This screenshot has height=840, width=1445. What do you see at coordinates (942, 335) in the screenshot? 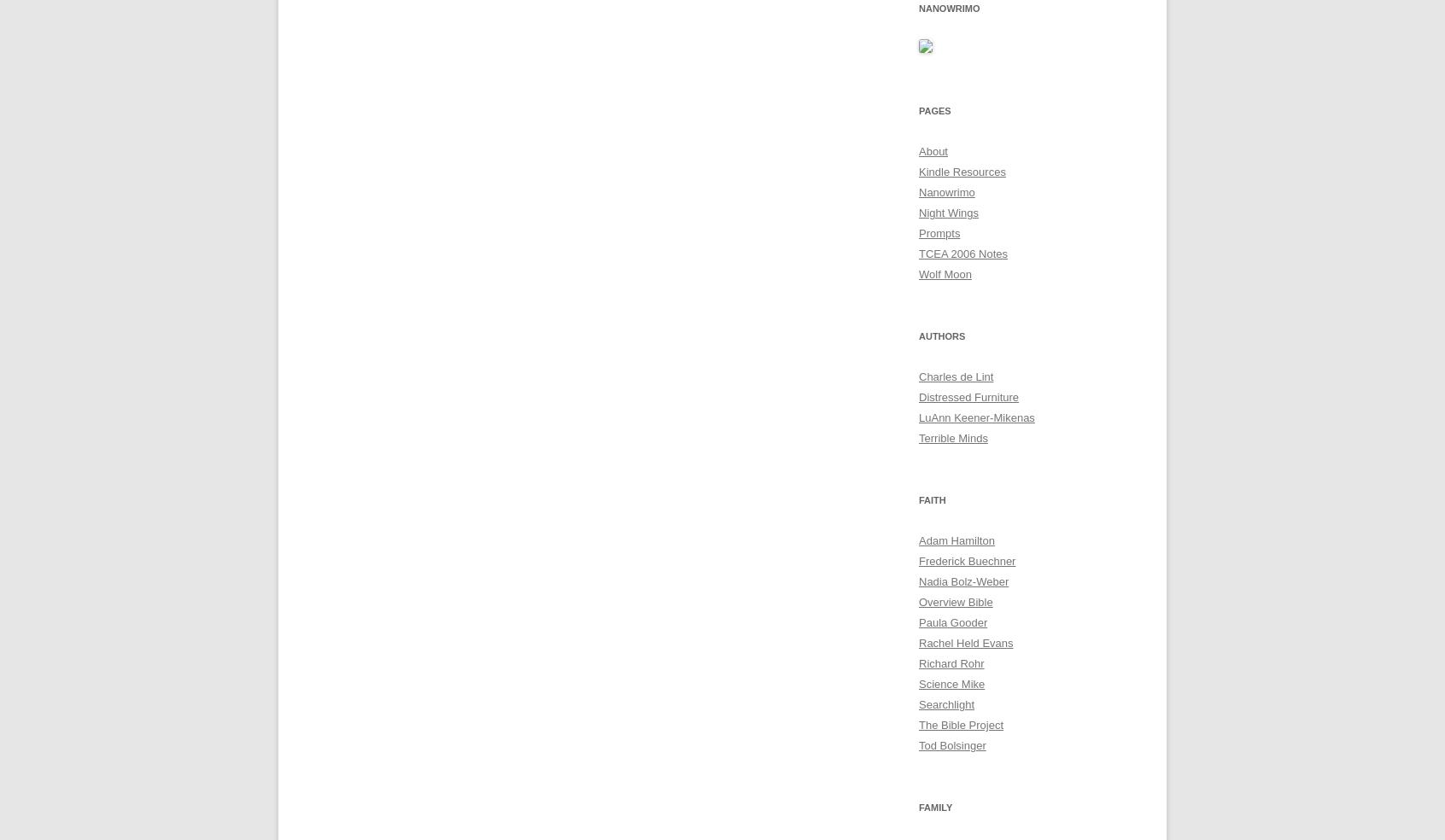
I see `'Authors'` at bounding box center [942, 335].